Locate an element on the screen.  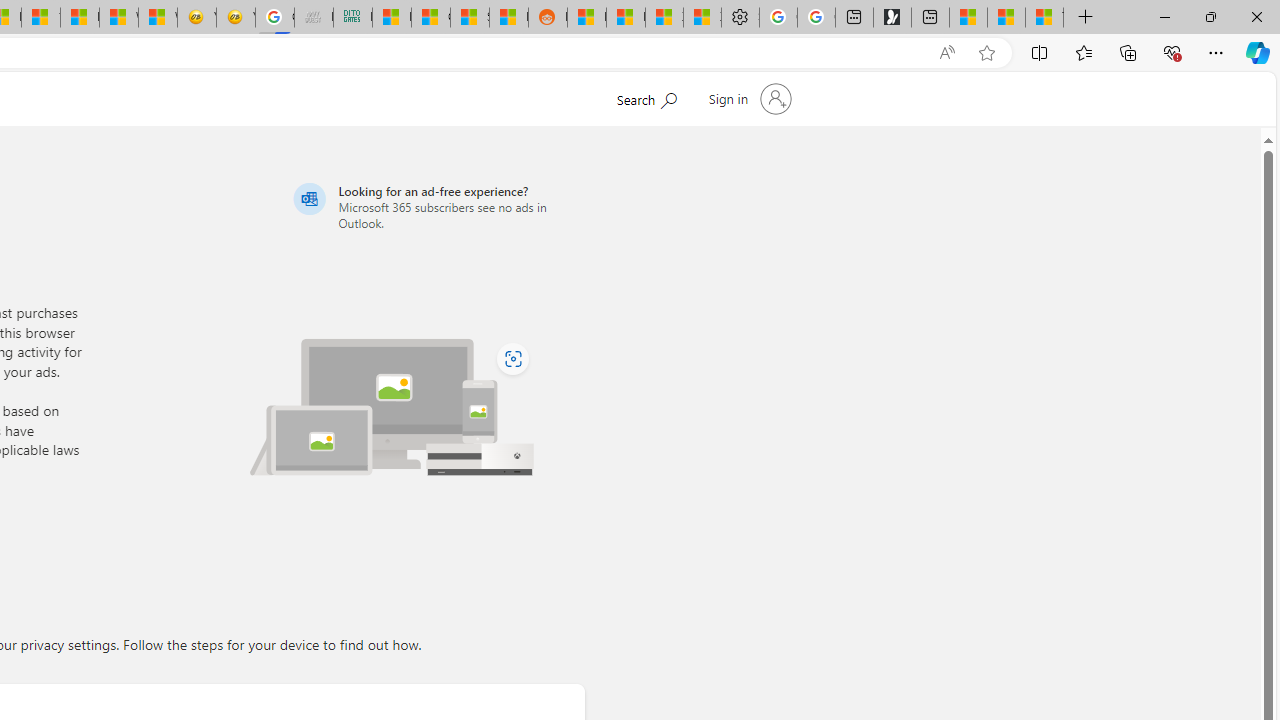
'R******* | Trusted Community Engagement and Contributions' is located at coordinates (585, 17).